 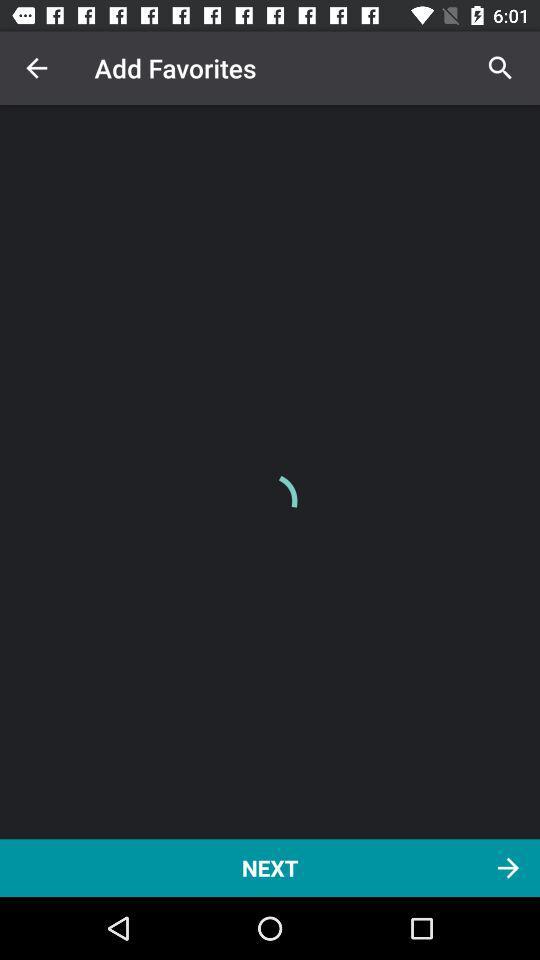 What do you see at coordinates (36, 68) in the screenshot?
I see `item to the left of add favorites` at bounding box center [36, 68].